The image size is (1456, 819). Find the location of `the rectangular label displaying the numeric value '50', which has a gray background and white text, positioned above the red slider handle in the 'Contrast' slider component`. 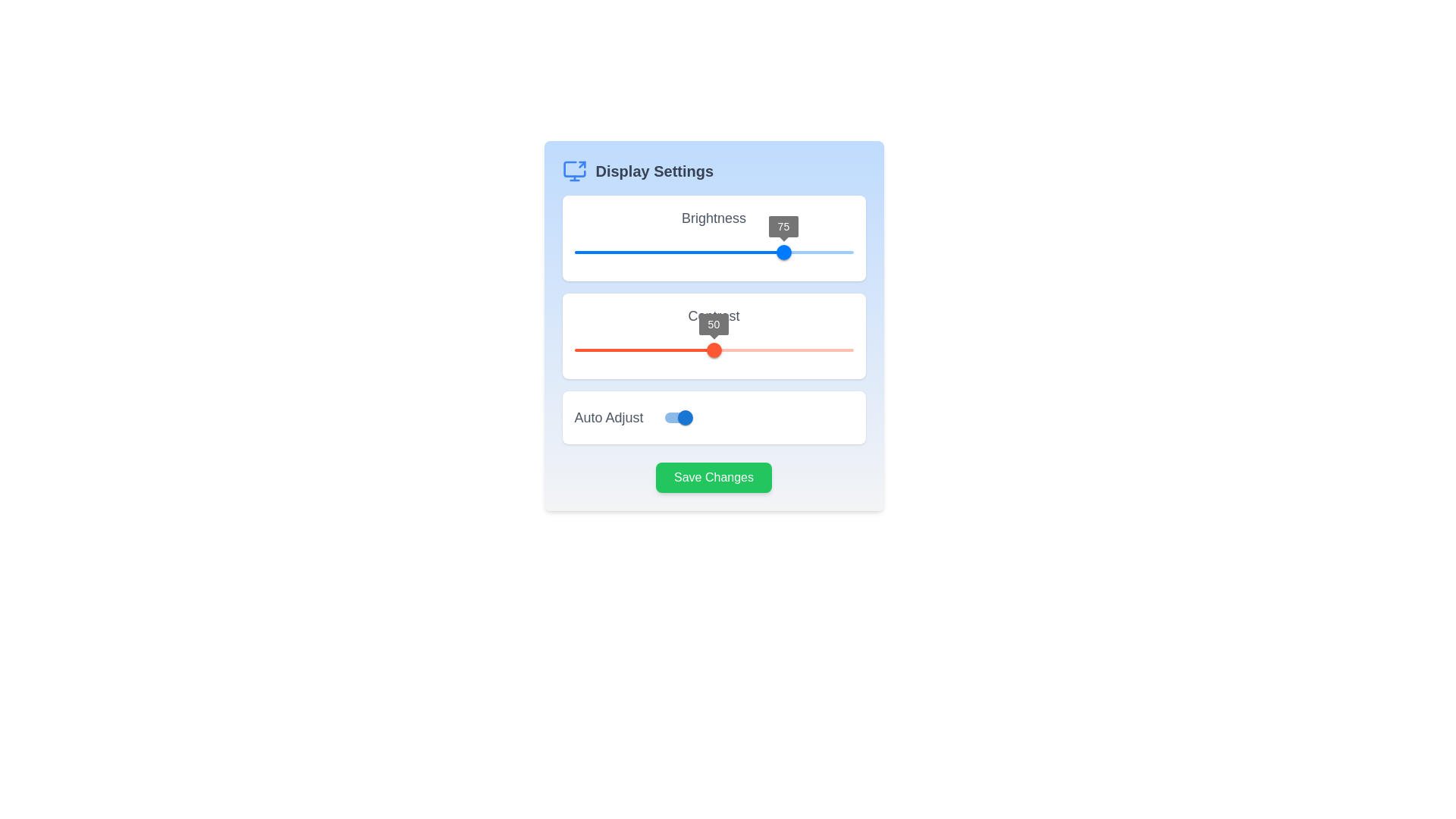

the rectangular label displaying the numeric value '50', which has a gray background and white text, positioned above the red slider handle in the 'Contrast' slider component is located at coordinates (713, 324).